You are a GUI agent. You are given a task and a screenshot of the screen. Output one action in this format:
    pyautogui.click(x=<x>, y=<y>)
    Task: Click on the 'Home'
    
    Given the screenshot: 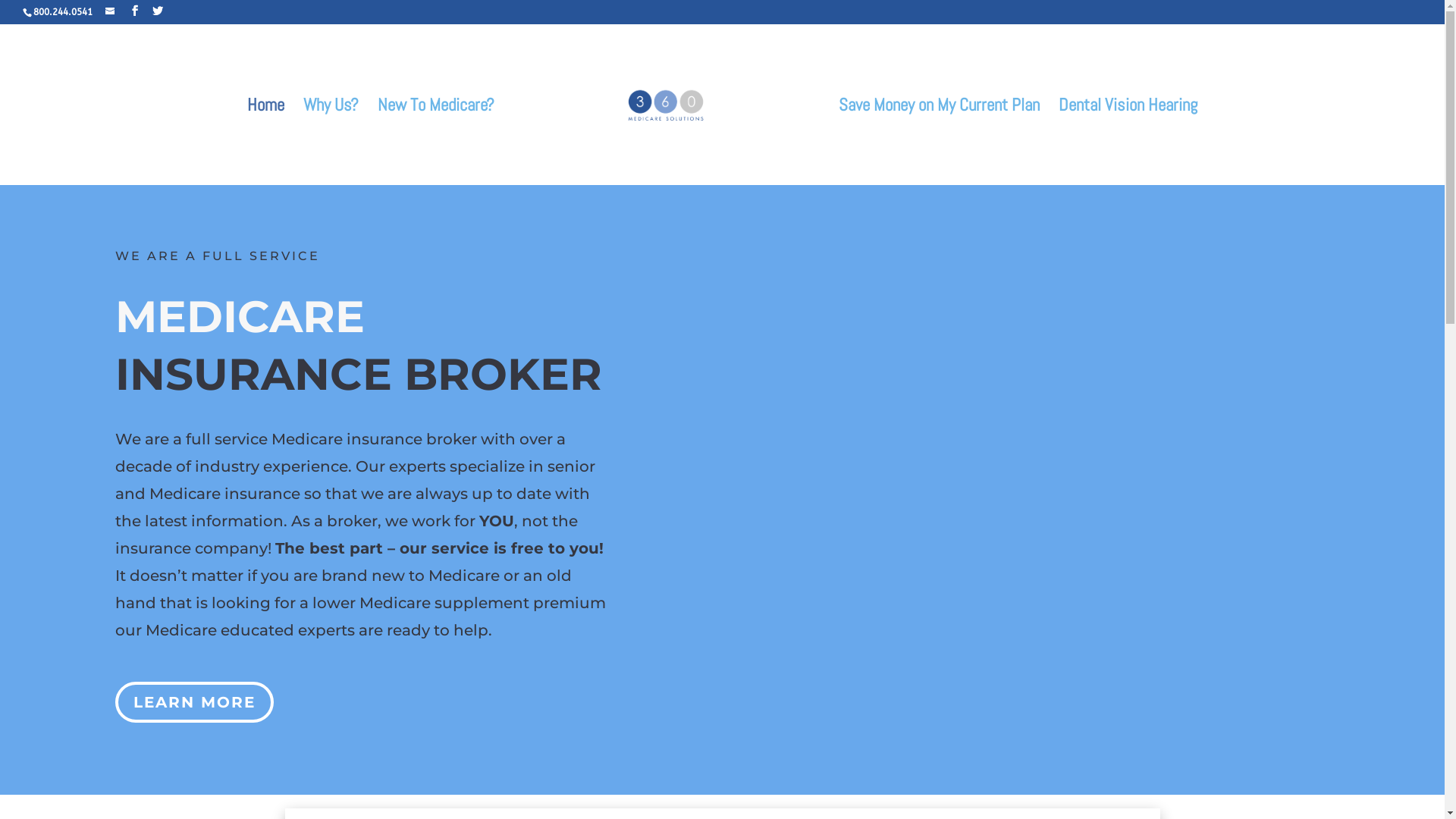 What is the action you would take?
    pyautogui.click(x=265, y=142)
    